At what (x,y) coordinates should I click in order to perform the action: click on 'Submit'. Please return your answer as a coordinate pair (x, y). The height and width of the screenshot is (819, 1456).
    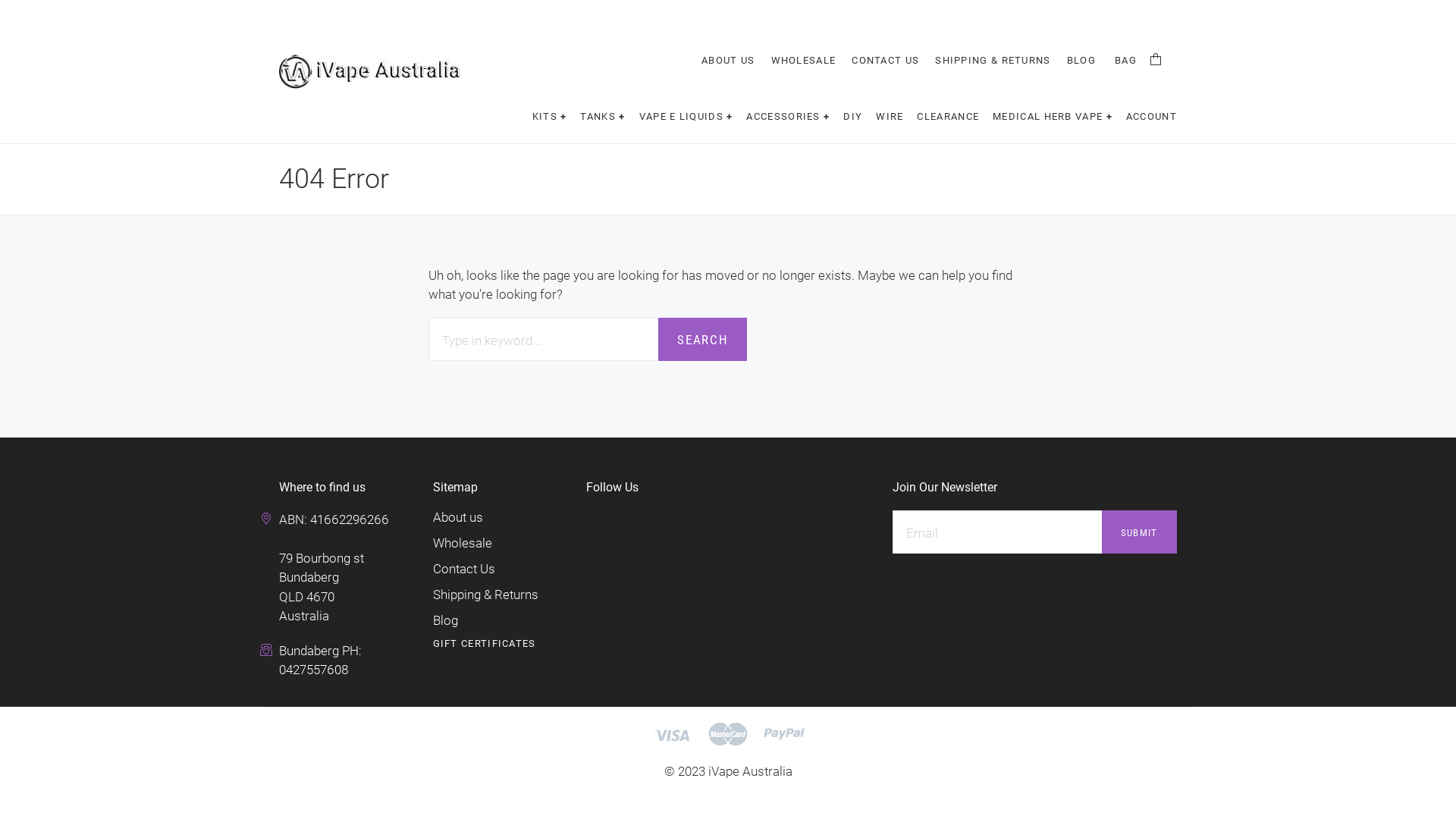
    Looking at the image, I should click on (1139, 531).